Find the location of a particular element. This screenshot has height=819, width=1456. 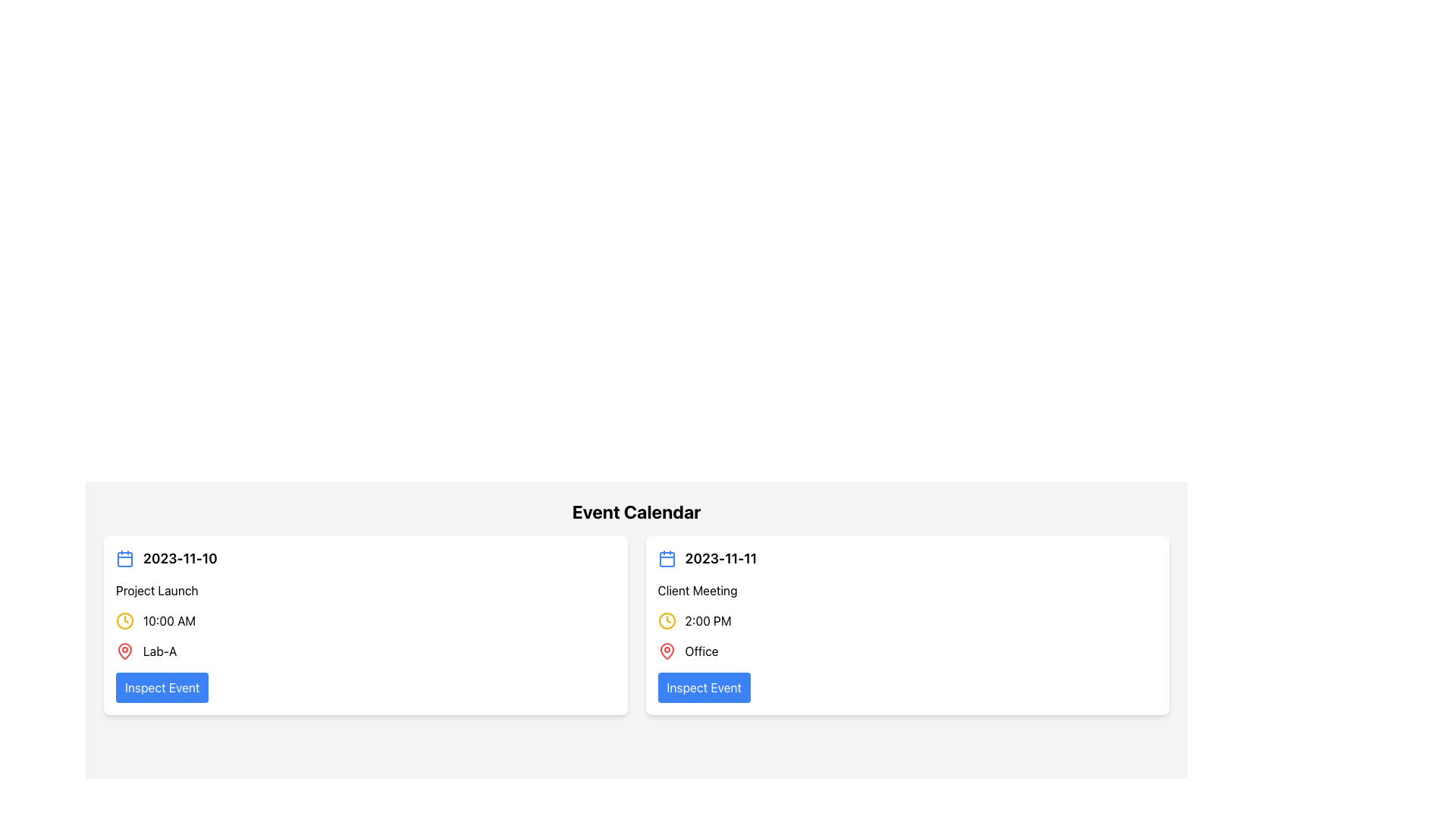

the Time display element, which features a yellow clock icon followed by the time text '10:00 AM', located within the first event card under the date and event title is located at coordinates (155, 620).